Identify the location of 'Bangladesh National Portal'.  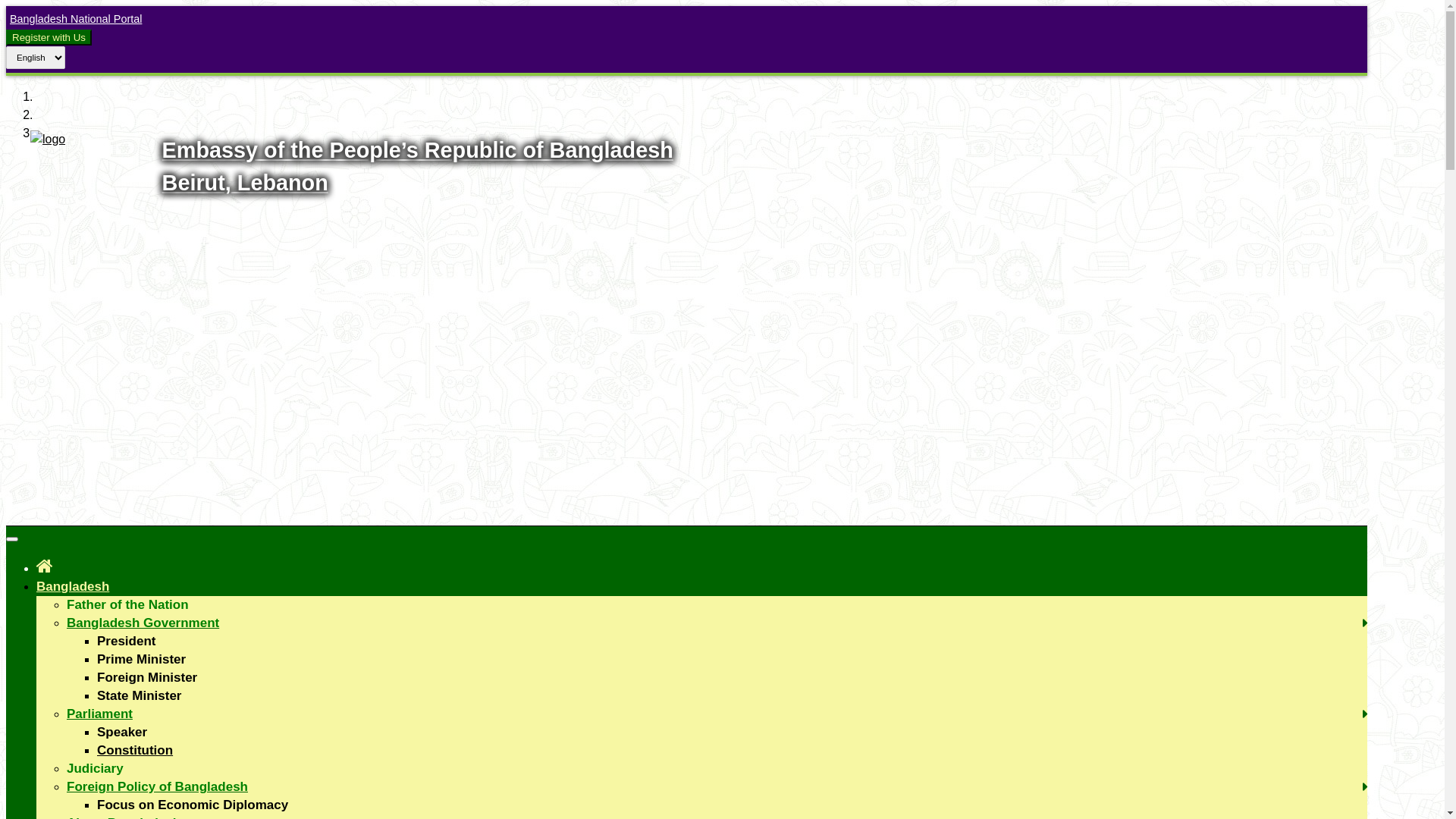
(73, 18).